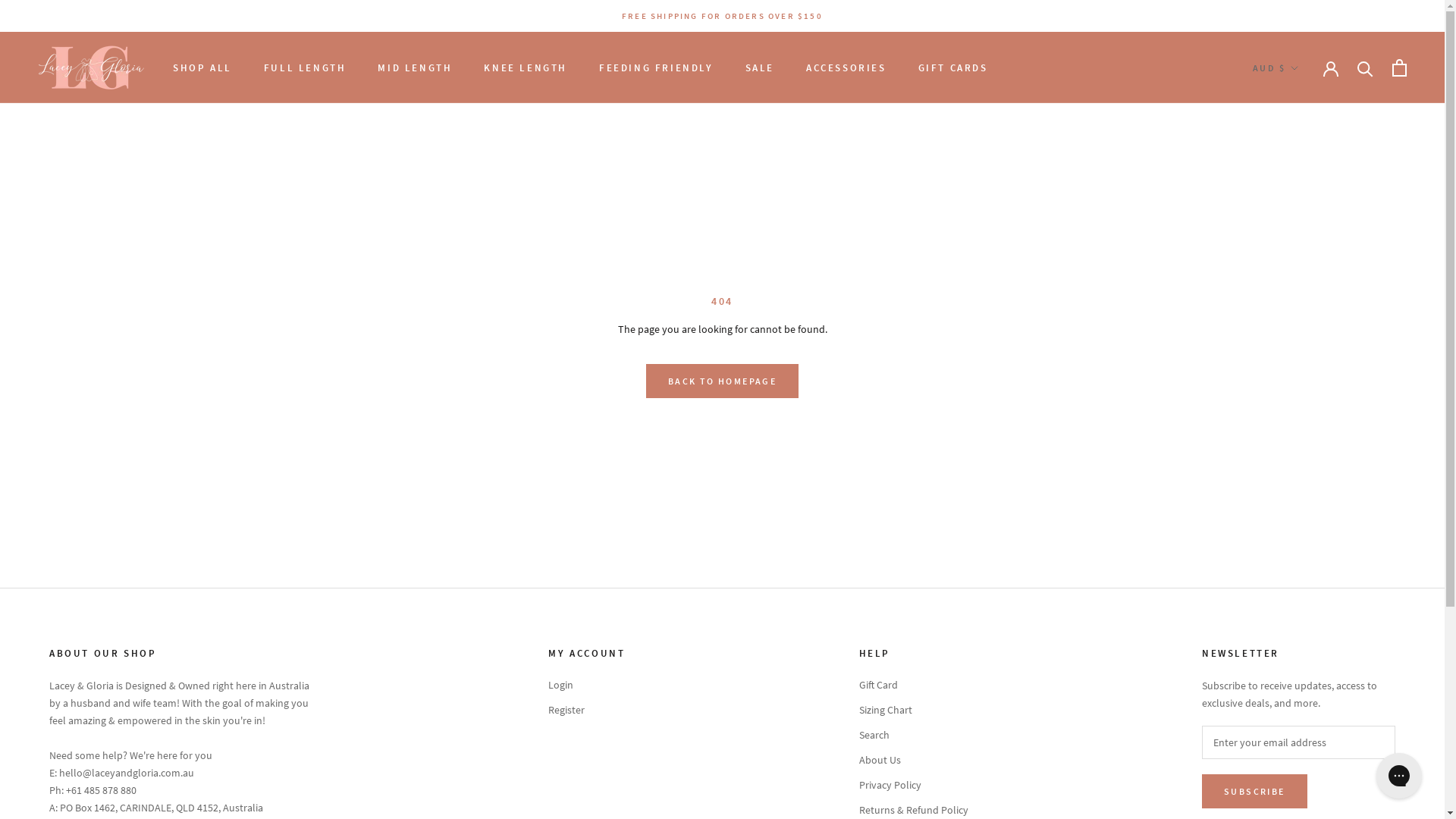  Describe the element at coordinates (1292, 215) in the screenshot. I see `'SGD'` at that location.